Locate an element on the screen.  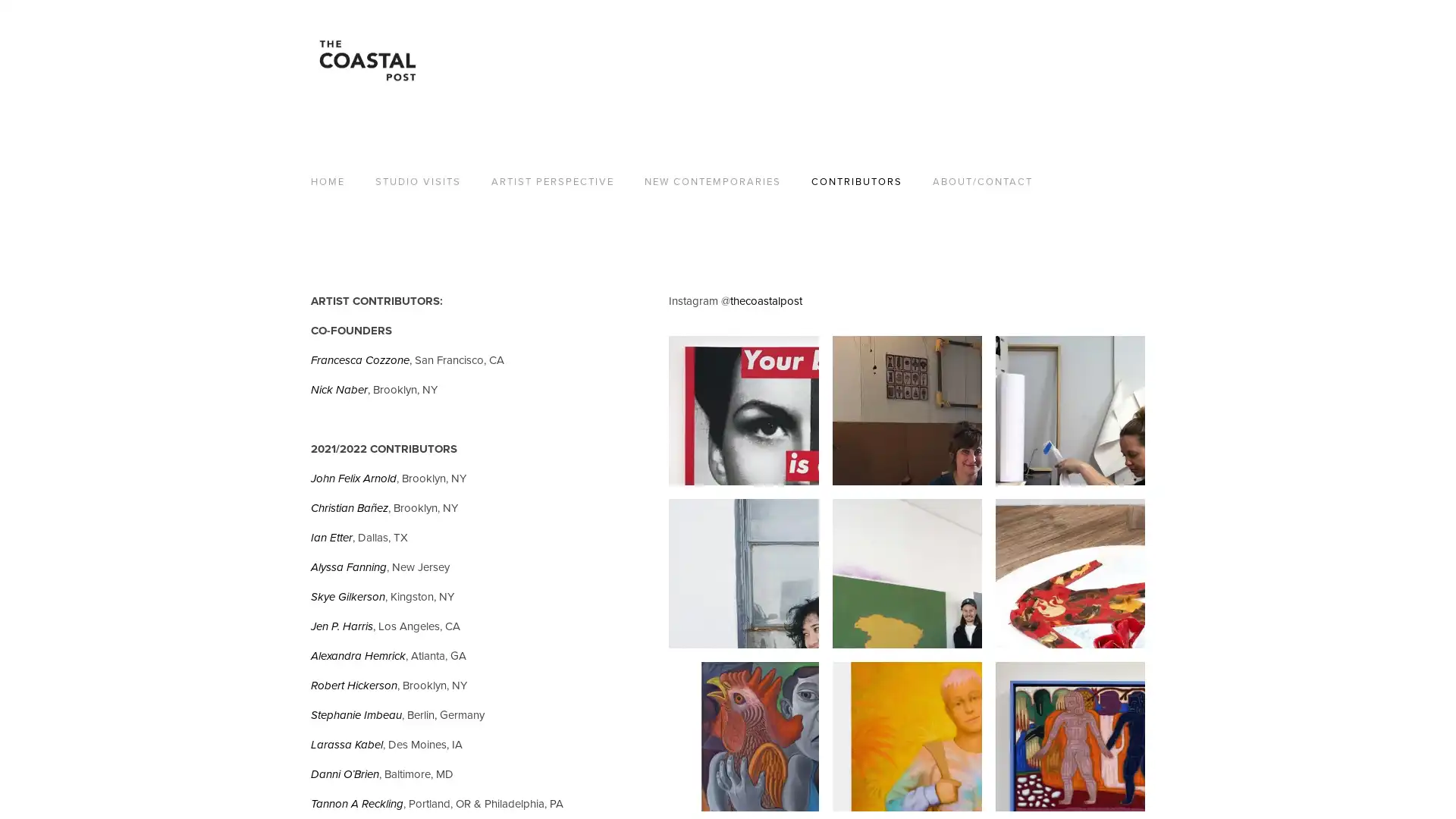
View fullsize Studio Visit Alum, Paul Booth has a solo exhibition &ldquo;Two by Two,&rdquo; opens tonight at Duane Thomas Gallery (5/19; 6-8PM). It&rsquo;s also Paul&rsquo;s Birthday   the exhibition is up through June 19th @paulboothnyc @duanethomasgallery #p is located at coordinates (743, 736).